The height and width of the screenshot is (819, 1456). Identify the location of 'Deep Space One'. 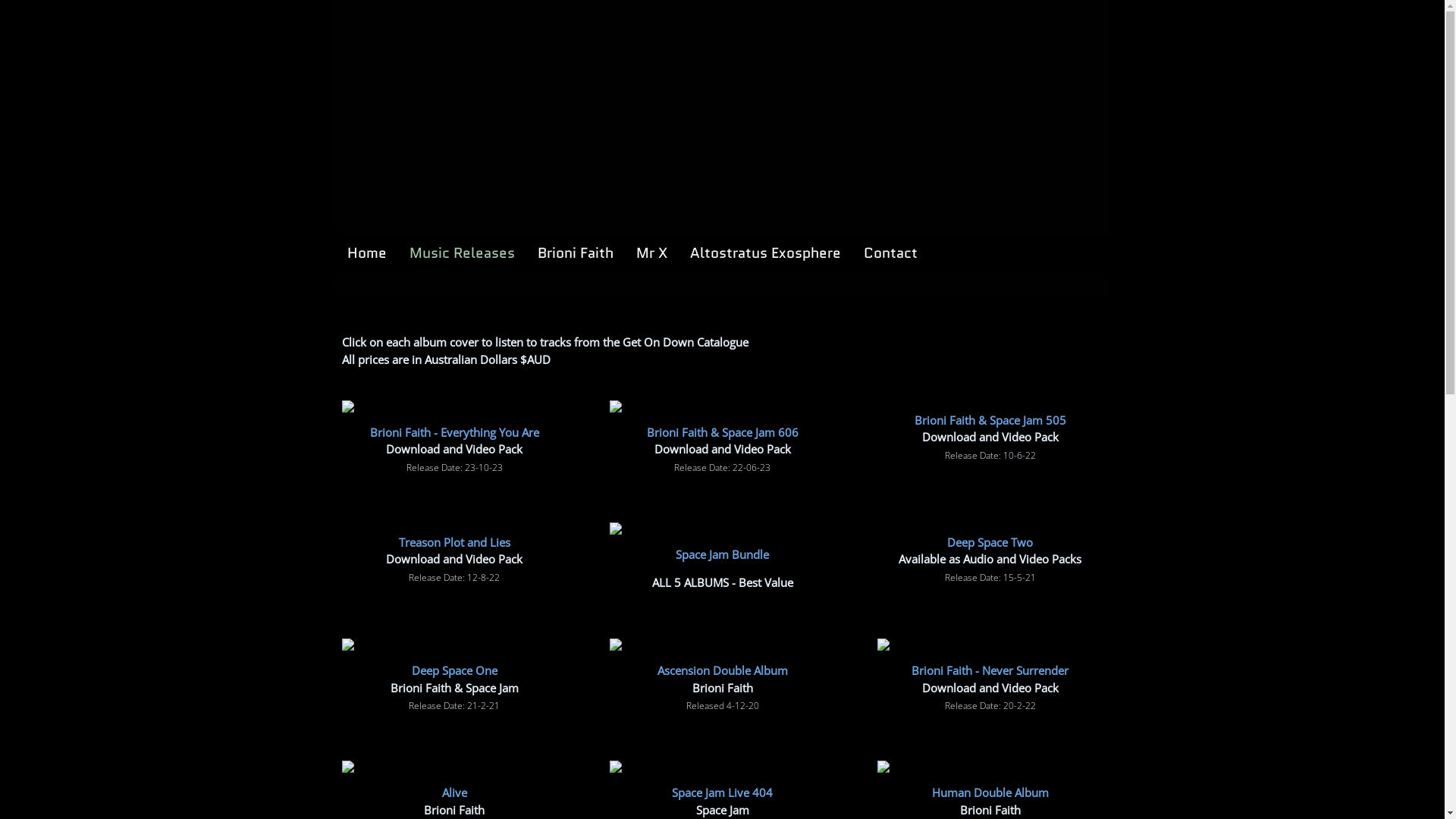
(411, 669).